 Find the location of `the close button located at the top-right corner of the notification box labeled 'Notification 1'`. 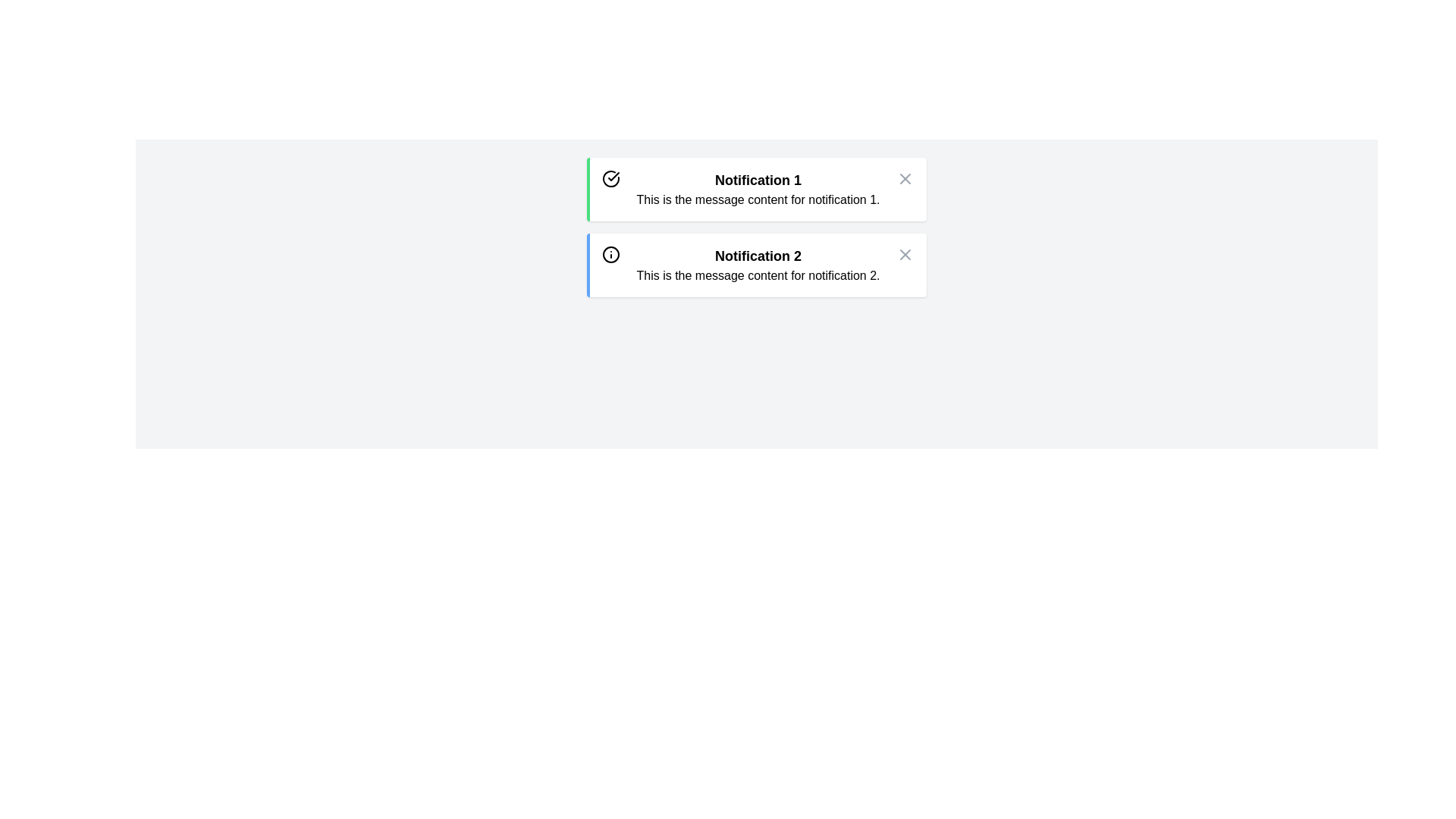

the close button located at the top-right corner of the notification box labeled 'Notification 1' is located at coordinates (905, 177).